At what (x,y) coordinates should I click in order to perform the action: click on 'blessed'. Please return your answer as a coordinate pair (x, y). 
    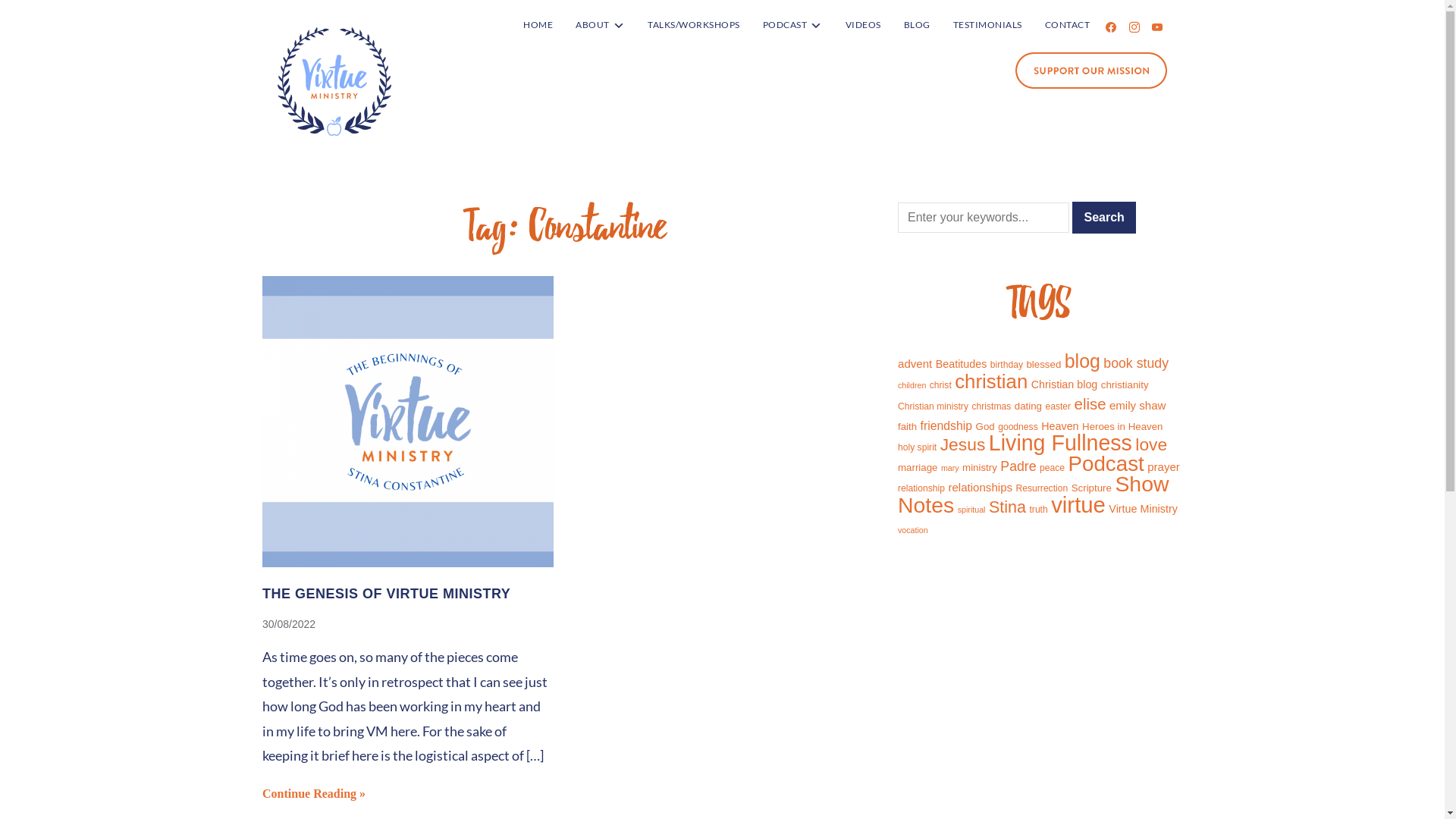
    Looking at the image, I should click on (1043, 364).